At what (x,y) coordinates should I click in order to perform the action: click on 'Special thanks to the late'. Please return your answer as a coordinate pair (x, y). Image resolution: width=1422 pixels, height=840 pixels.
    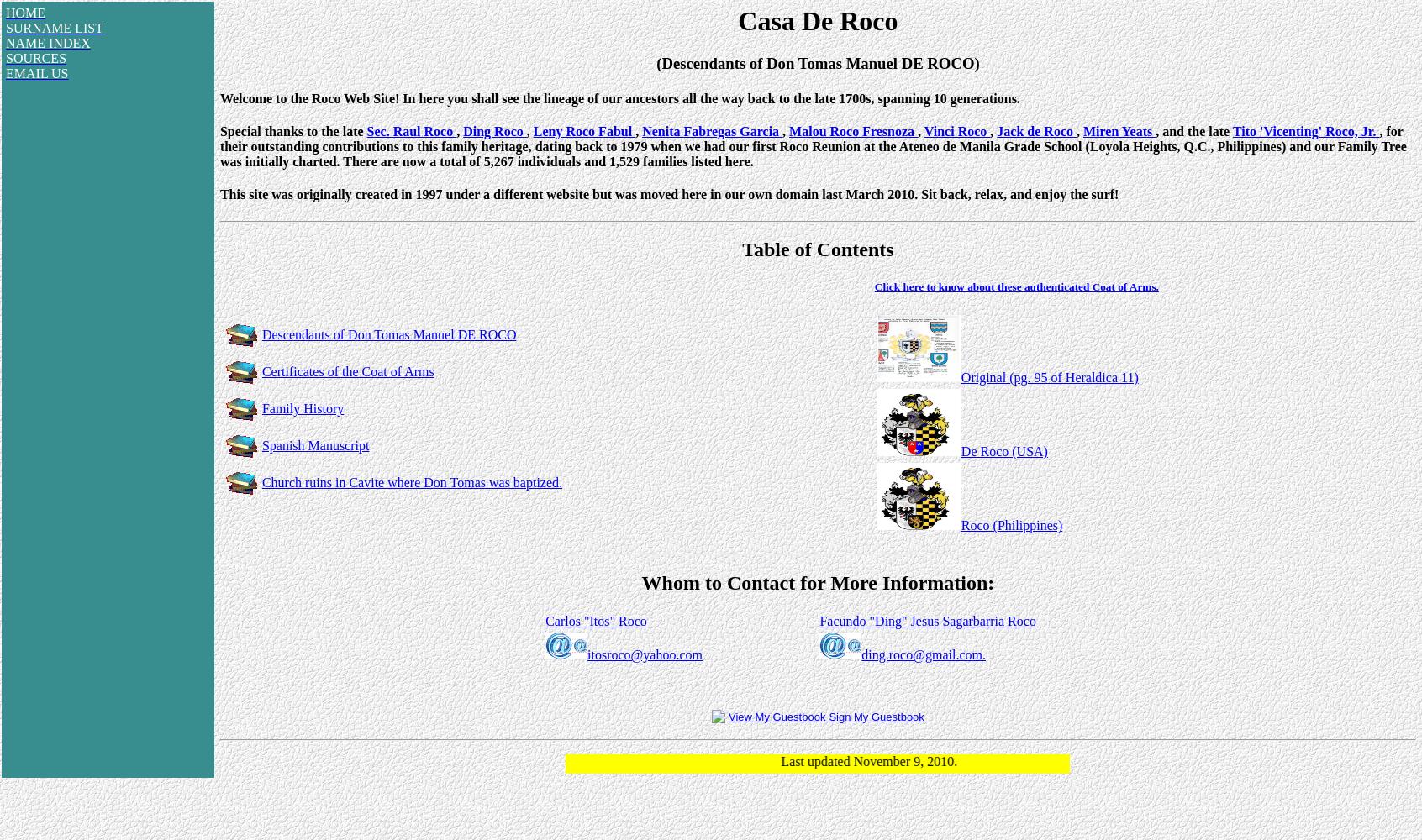
    Looking at the image, I should click on (292, 130).